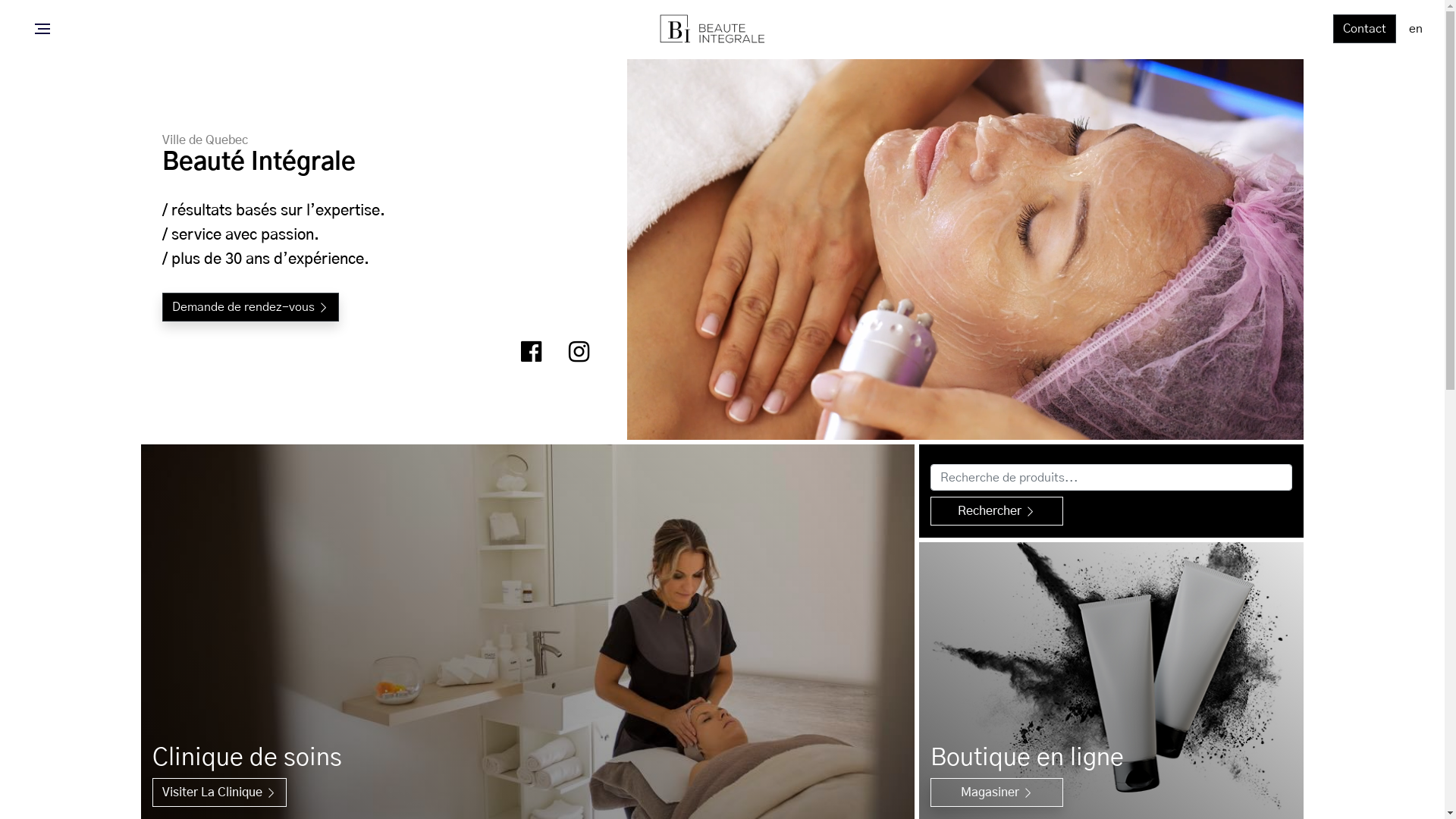 The width and height of the screenshot is (1456, 819). What do you see at coordinates (30, 29) in the screenshot?
I see `'Menu'` at bounding box center [30, 29].